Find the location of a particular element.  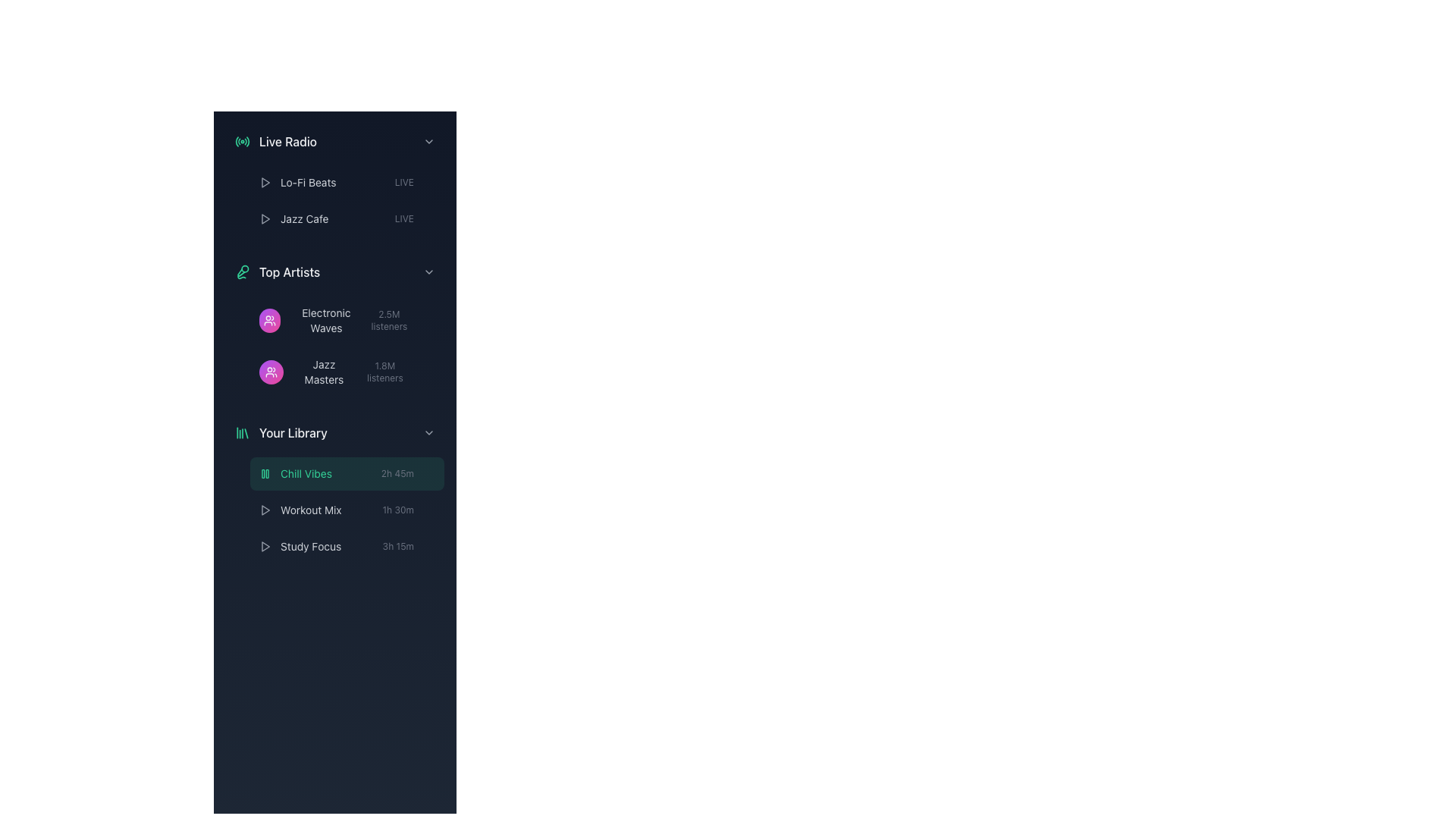

'Workout Mix' text label located in the 'Your Library' section, positioned between 'Chill Vibes' and 'Study Focus' is located at coordinates (310, 510).